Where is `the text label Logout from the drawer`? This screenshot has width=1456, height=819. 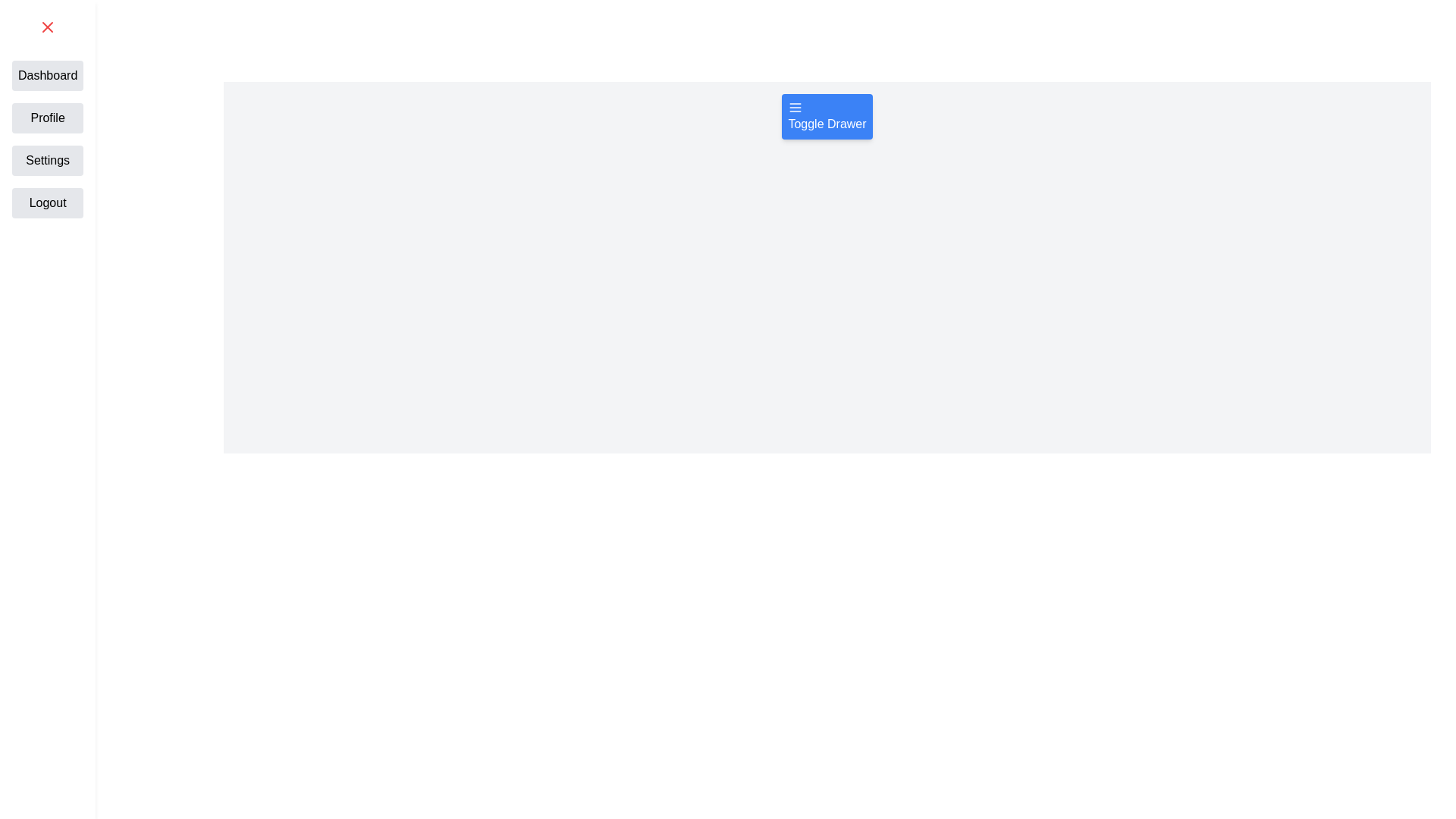 the text label Logout from the drawer is located at coordinates (48, 202).